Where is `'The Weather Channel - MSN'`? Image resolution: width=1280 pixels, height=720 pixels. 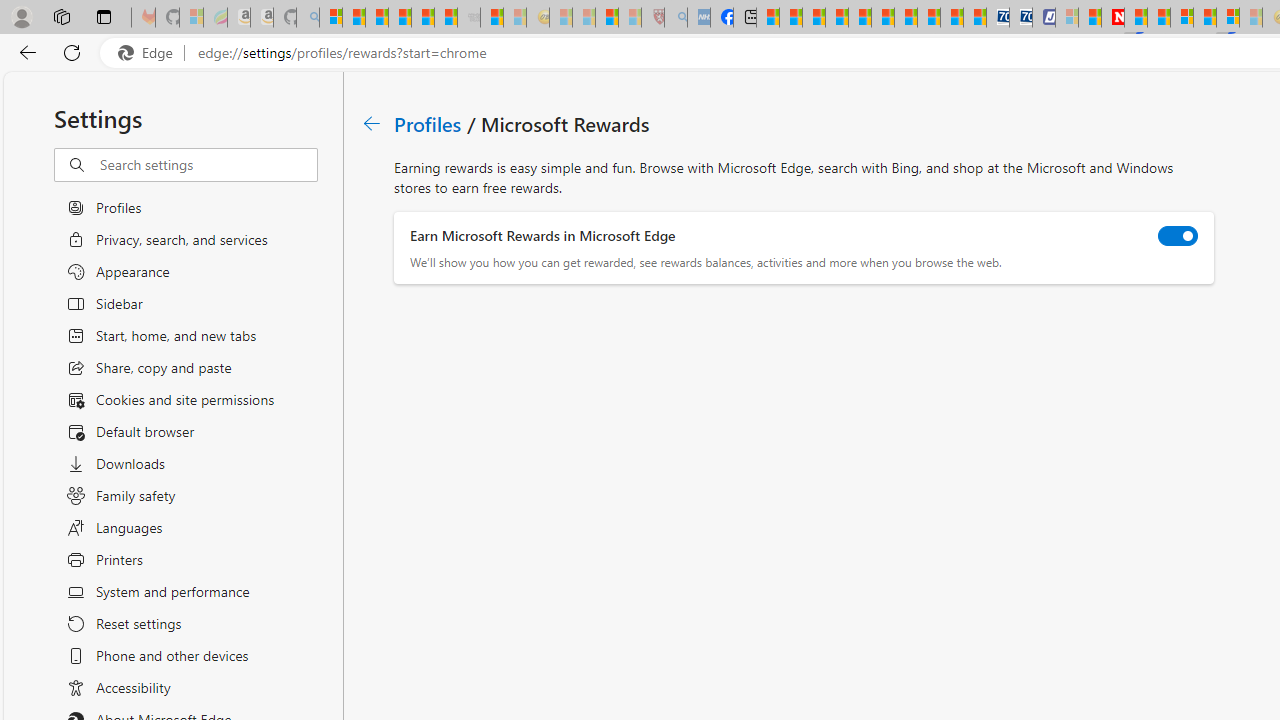
'The Weather Channel - MSN' is located at coordinates (376, 17).